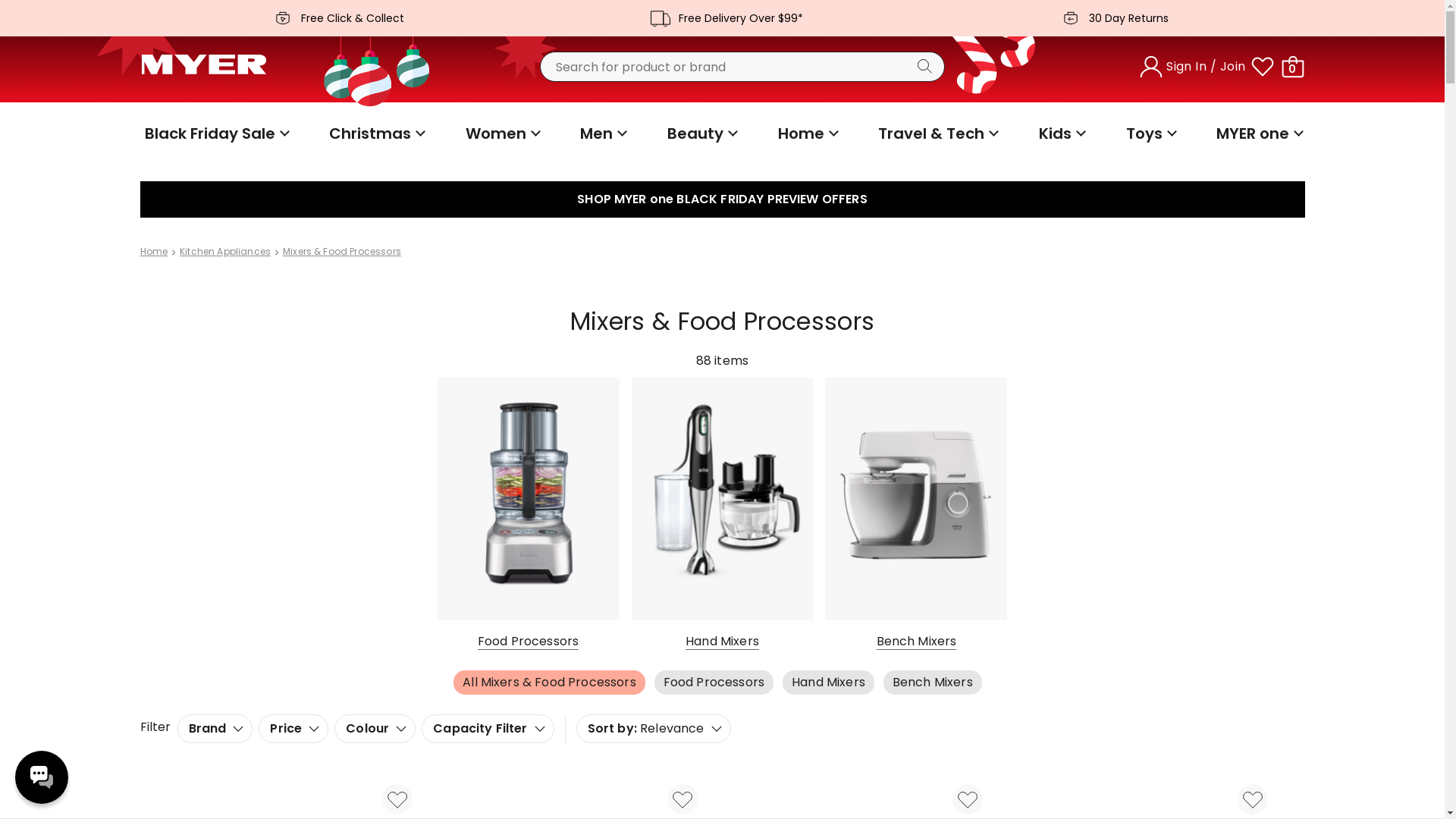 Image resolution: width=1456 pixels, height=819 pixels. I want to click on 'Sign In / Join', so click(1137, 66).